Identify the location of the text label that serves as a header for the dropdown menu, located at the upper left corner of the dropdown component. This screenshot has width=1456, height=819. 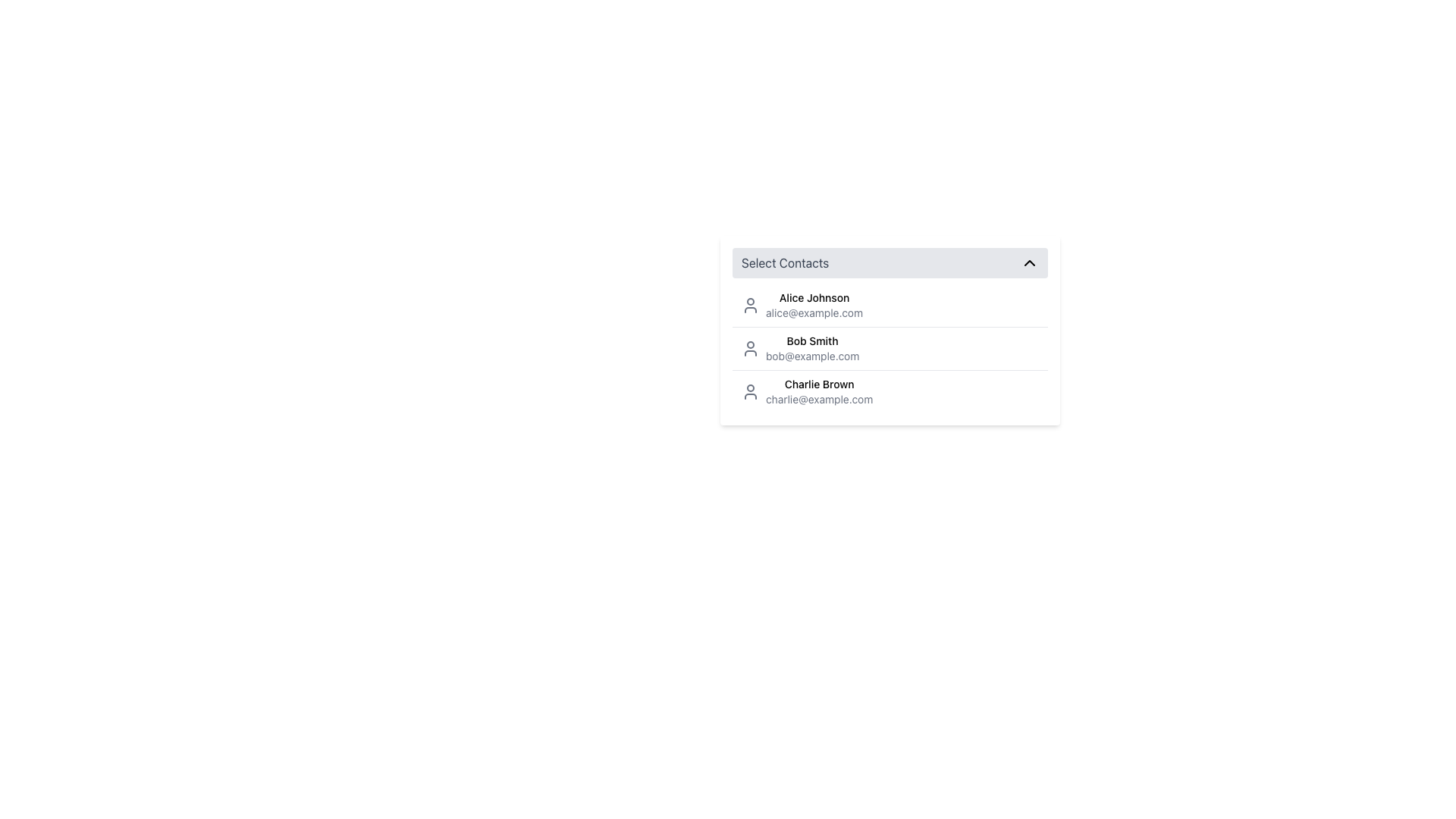
(785, 262).